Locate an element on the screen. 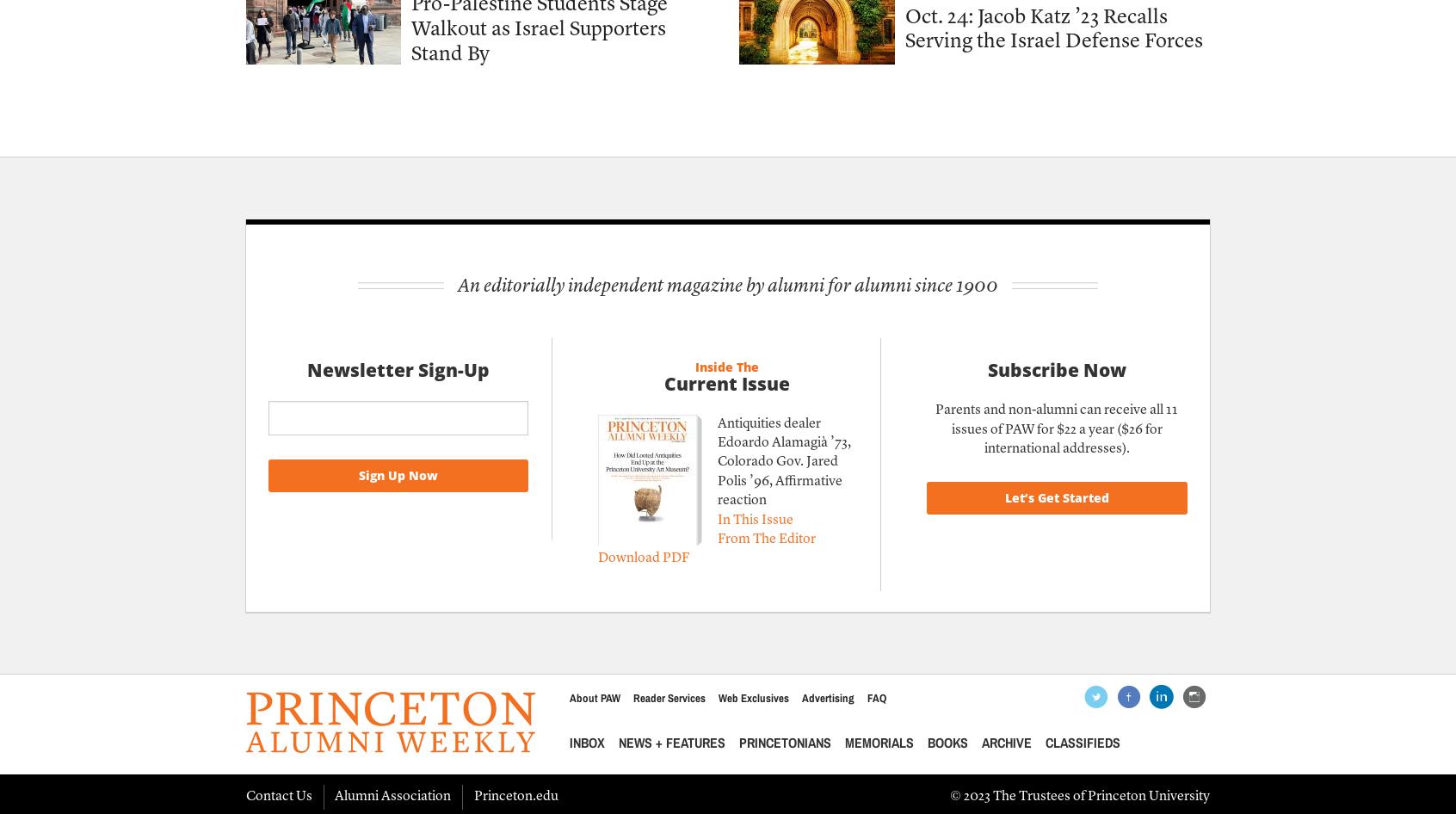 This screenshot has height=814, width=1456. 'FAQ' is located at coordinates (875, 698).